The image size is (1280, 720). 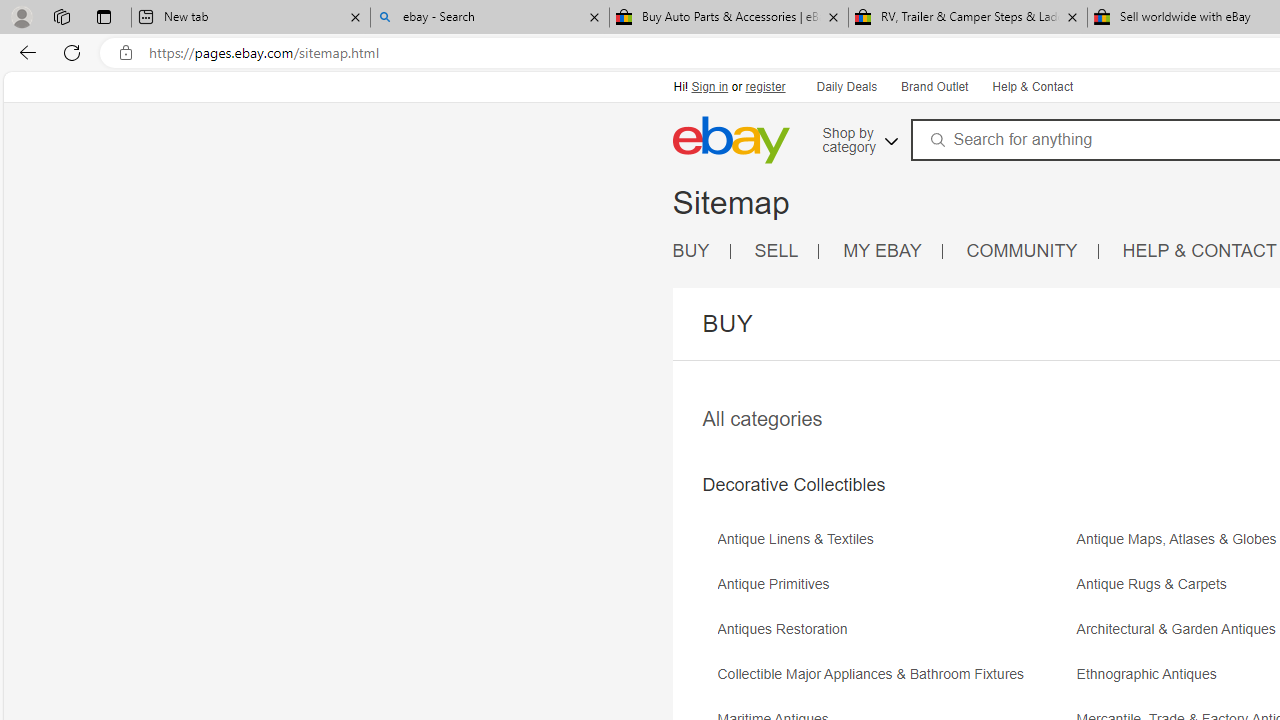 What do you see at coordinates (858, 136) in the screenshot?
I see `'Shop by category'` at bounding box center [858, 136].